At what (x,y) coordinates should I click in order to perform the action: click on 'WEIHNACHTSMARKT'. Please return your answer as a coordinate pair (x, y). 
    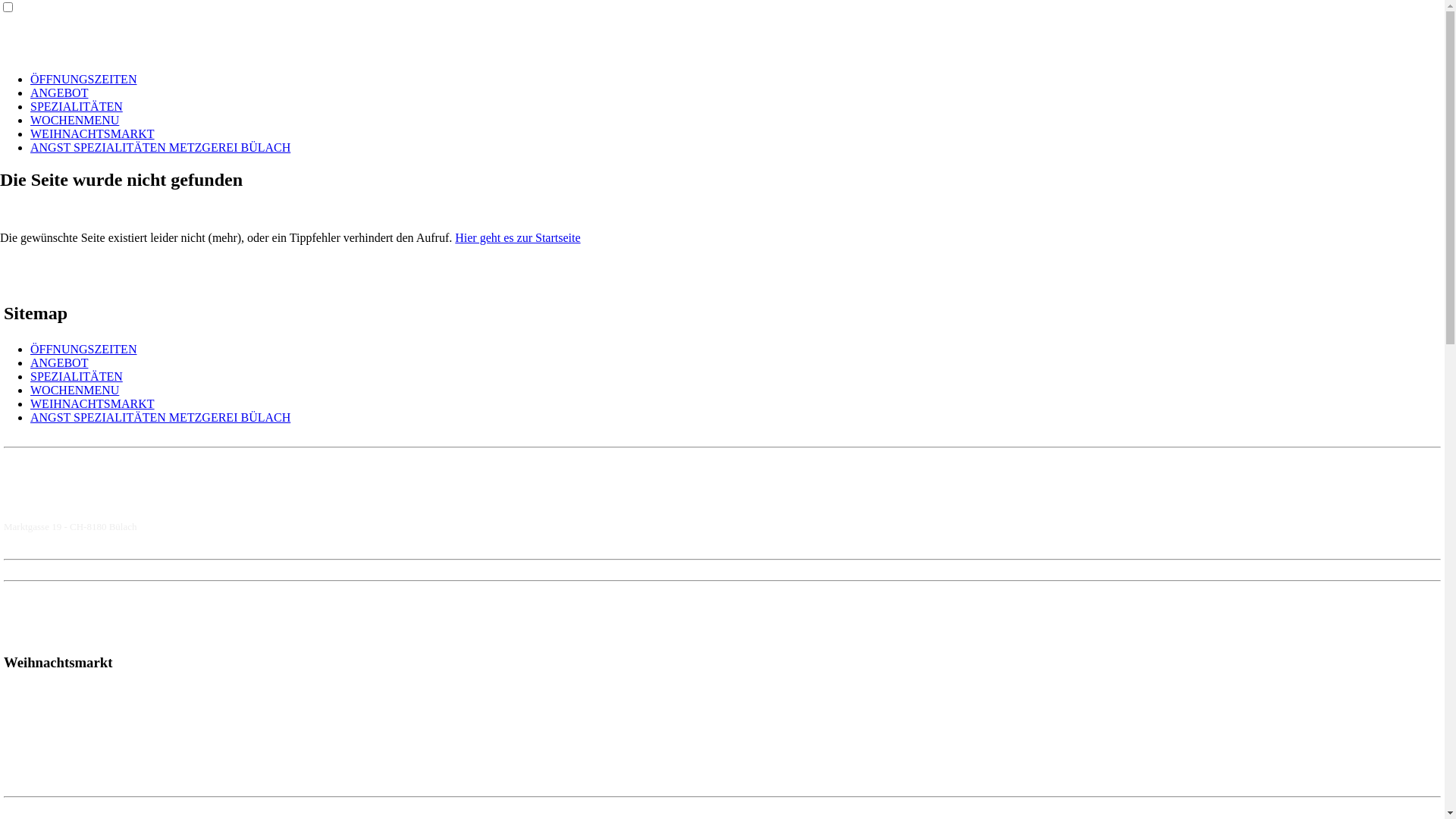
    Looking at the image, I should click on (30, 403).